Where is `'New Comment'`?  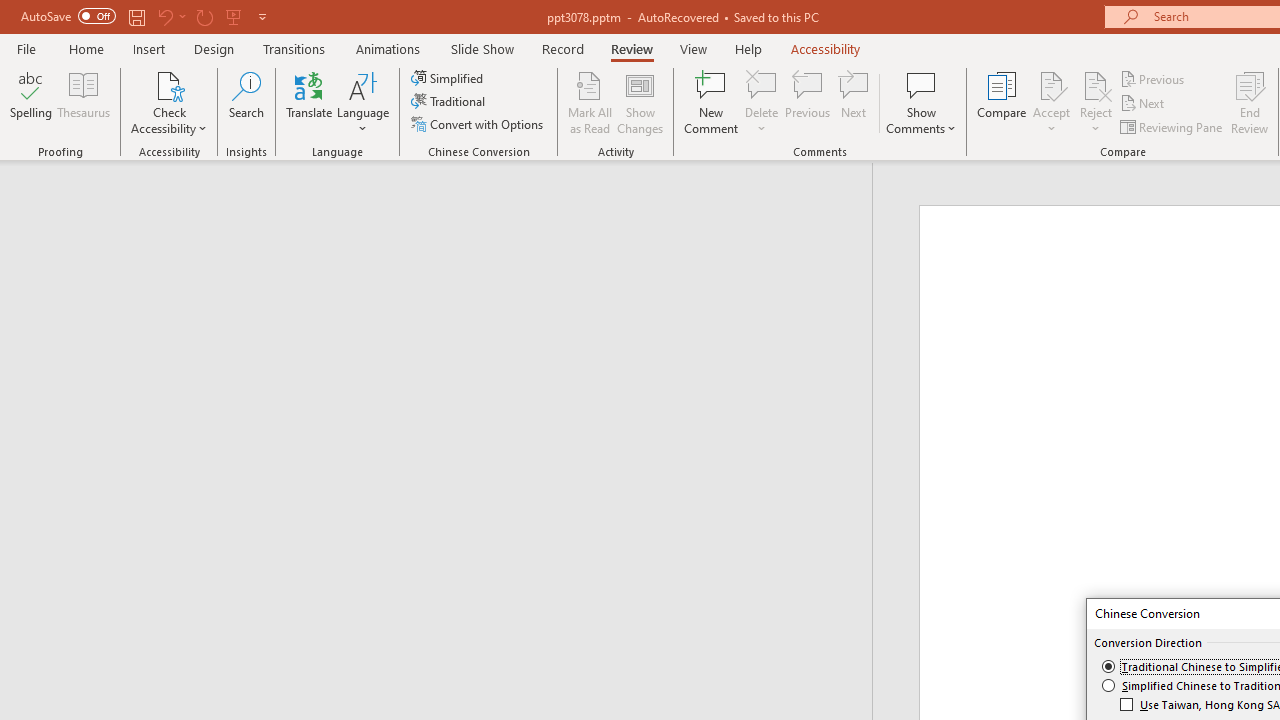 'New Comment' is located at coordinates (711, 103).